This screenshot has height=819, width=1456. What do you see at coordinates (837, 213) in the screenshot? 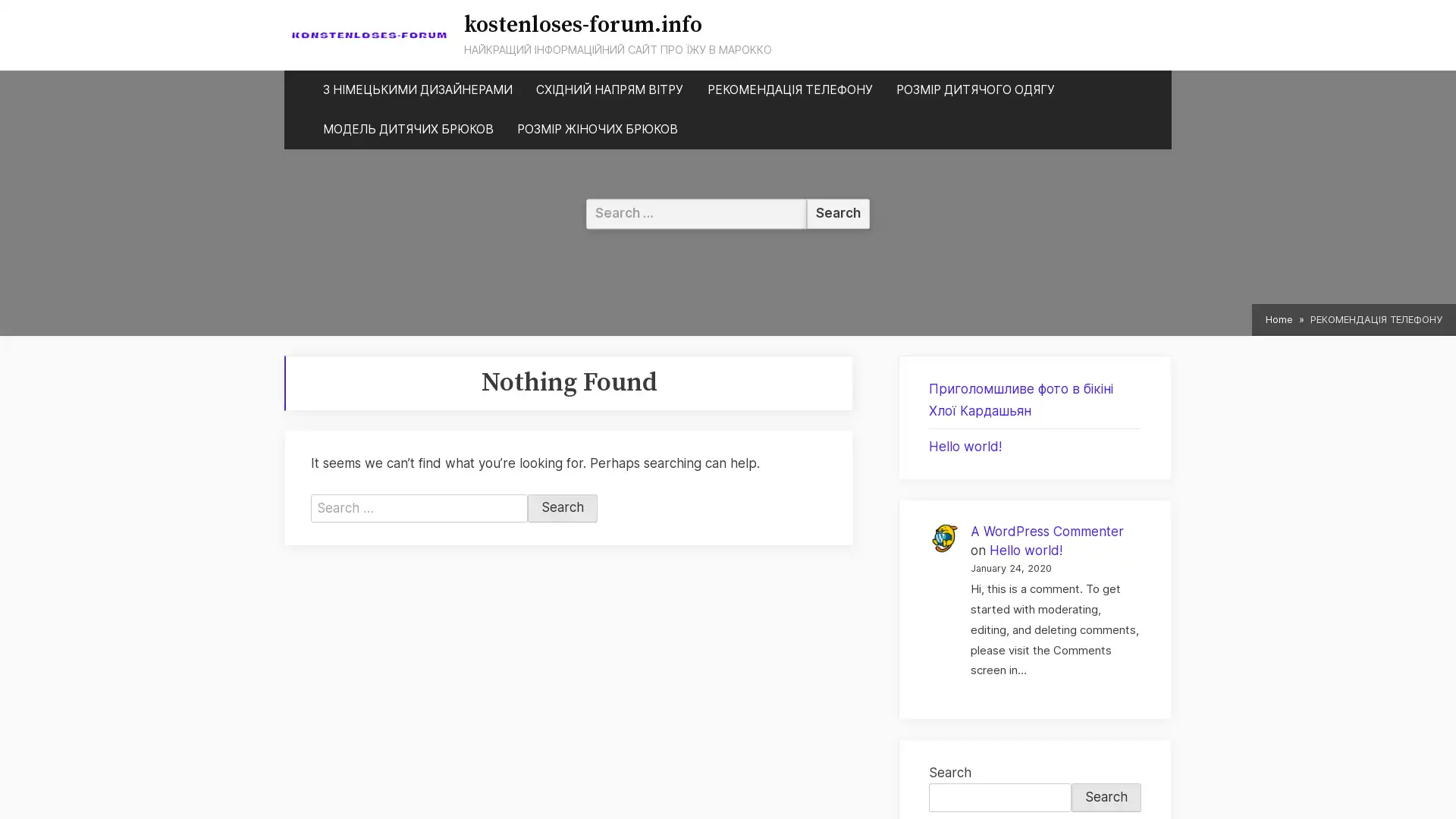
I see `Search` at bounding box center [837, 213].